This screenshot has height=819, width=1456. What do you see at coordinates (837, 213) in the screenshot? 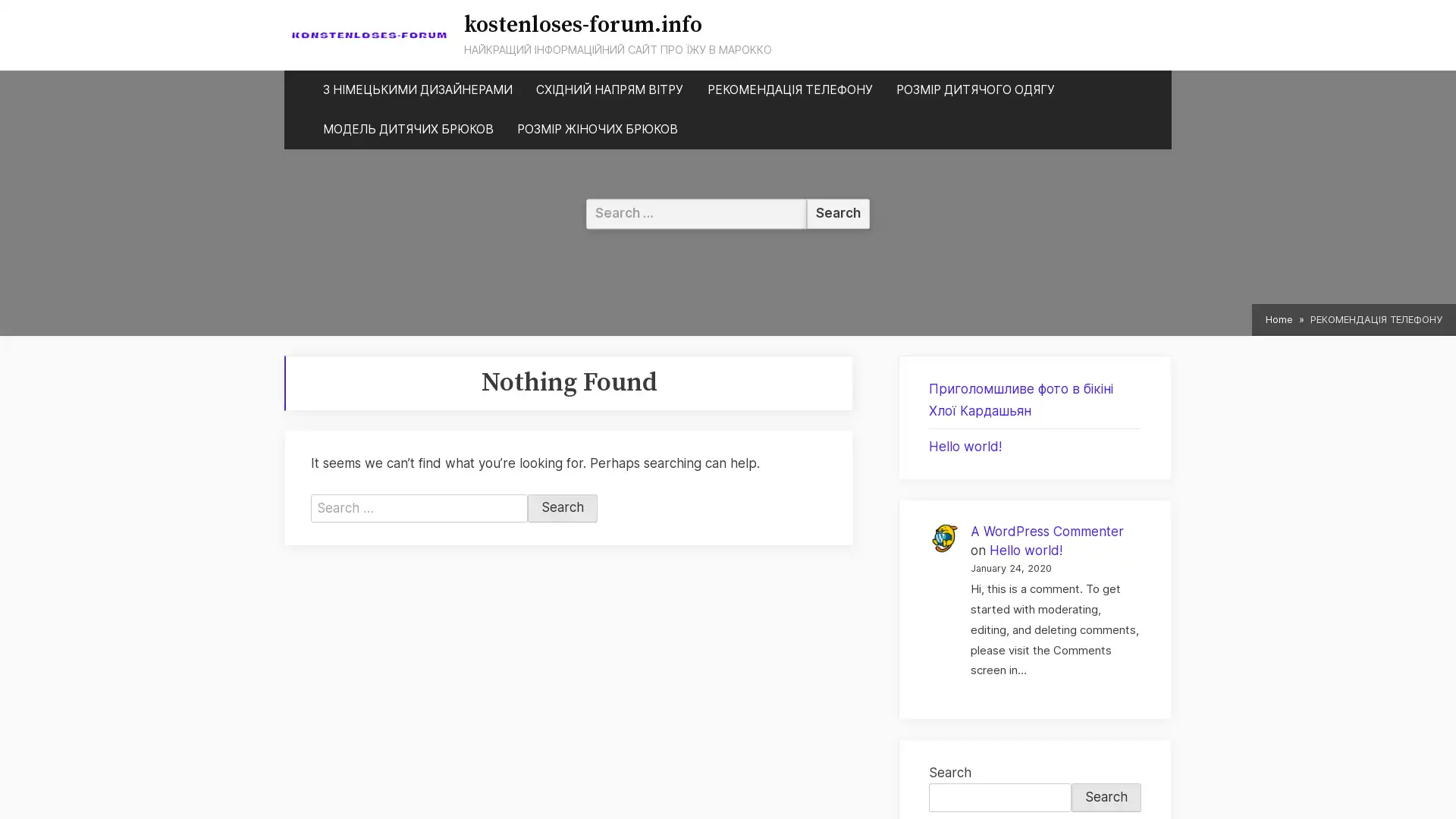
I see `Search` at bounding box center [837, 213].